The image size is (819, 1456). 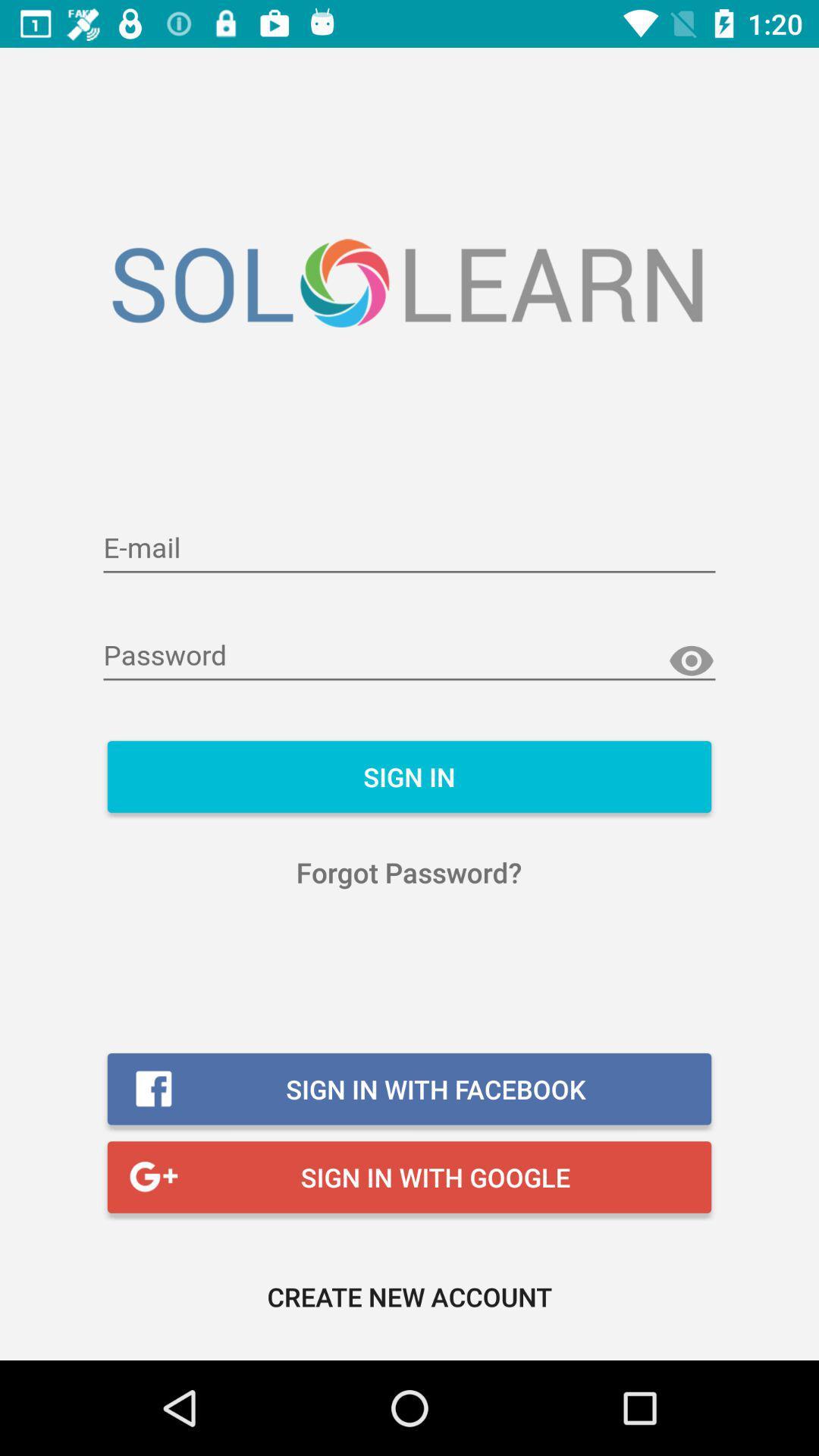 I want to click on forgot password? item, so click(x=408, y=872).